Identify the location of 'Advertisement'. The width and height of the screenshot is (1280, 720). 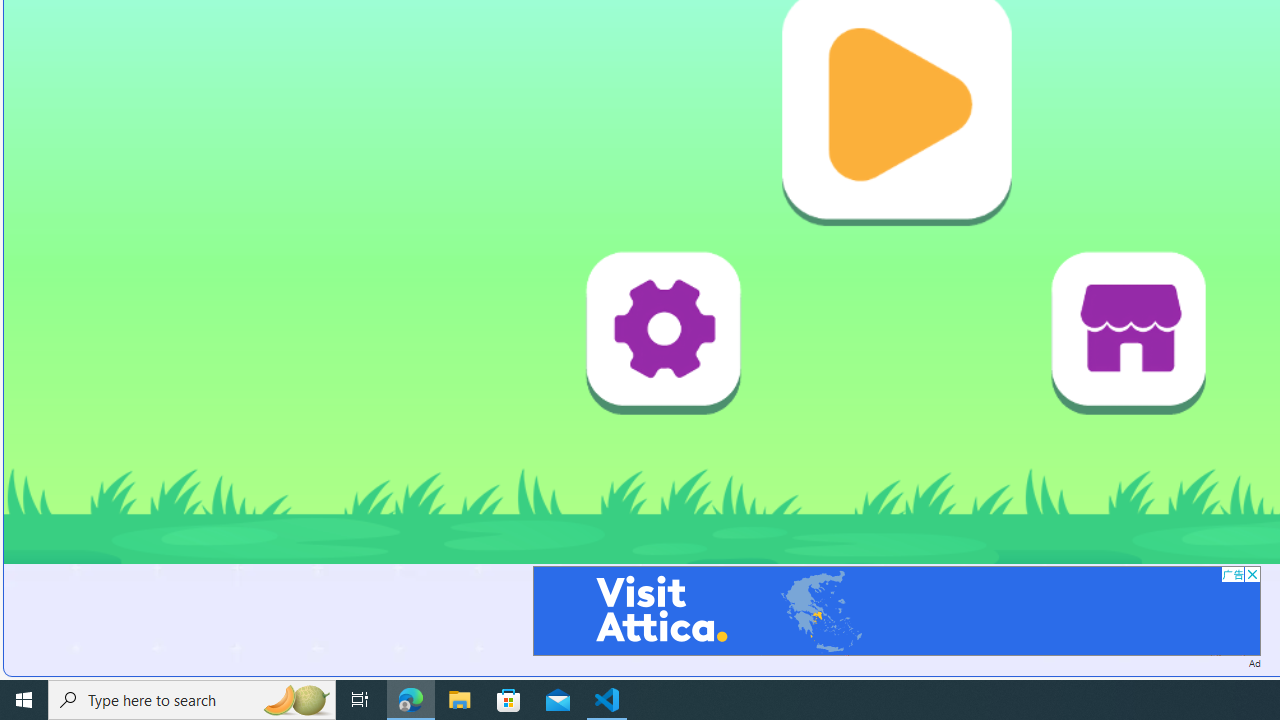
(895, 609).